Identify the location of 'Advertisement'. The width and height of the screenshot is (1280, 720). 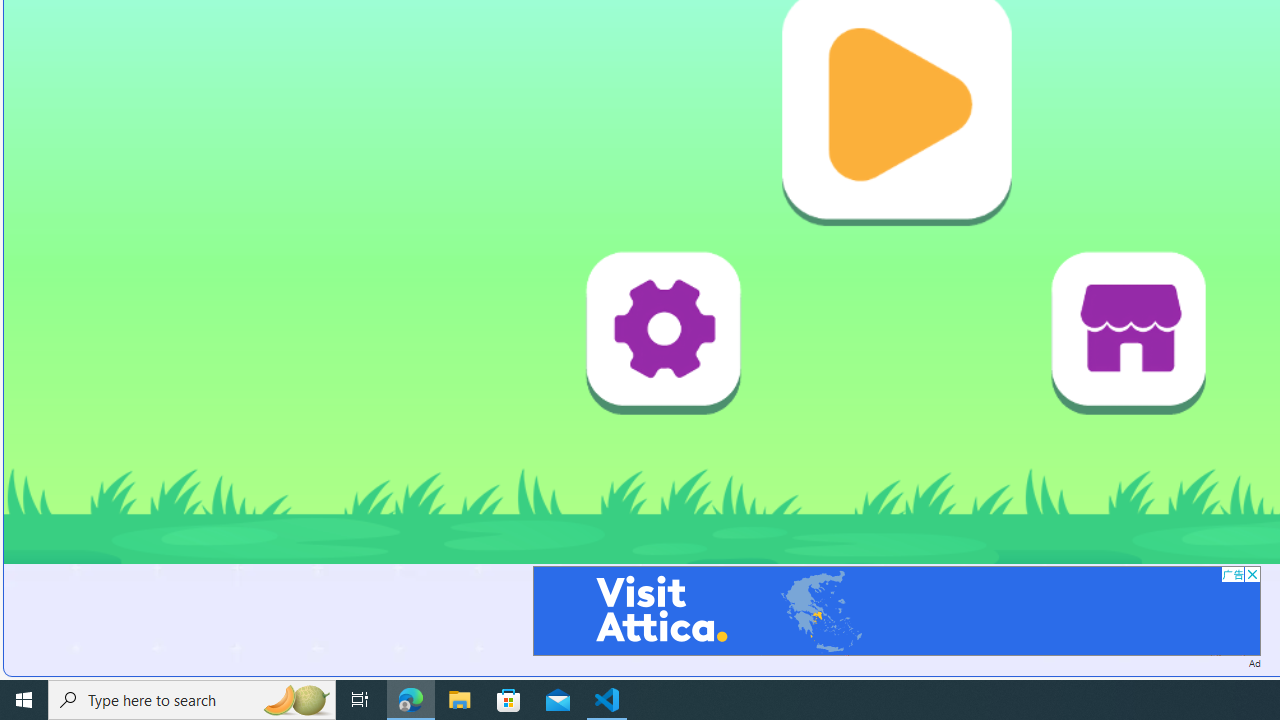
(895, 609).